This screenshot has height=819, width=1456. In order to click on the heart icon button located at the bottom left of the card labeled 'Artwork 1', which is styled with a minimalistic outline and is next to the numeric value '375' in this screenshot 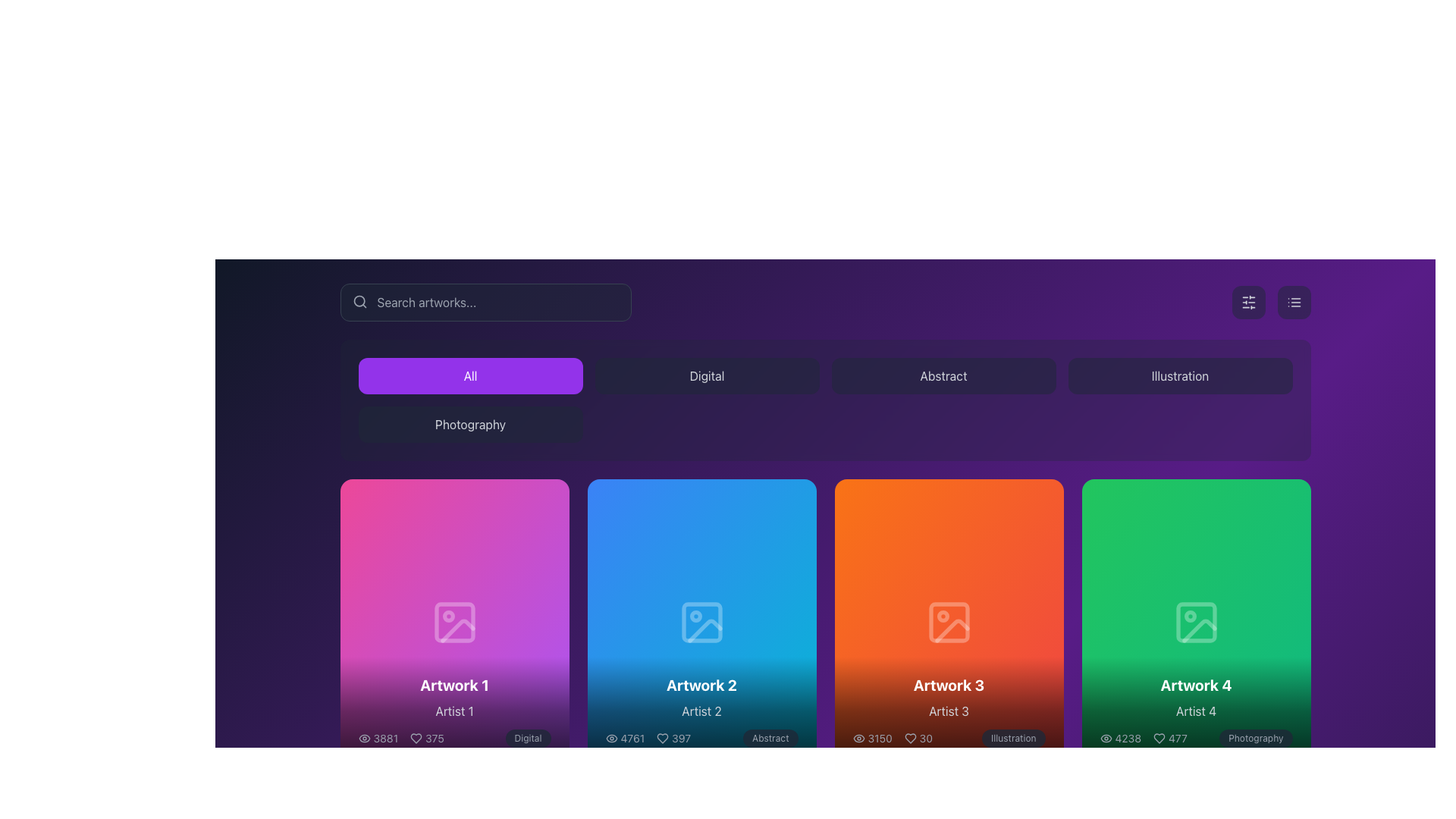, I will do `click(416, 737)`.